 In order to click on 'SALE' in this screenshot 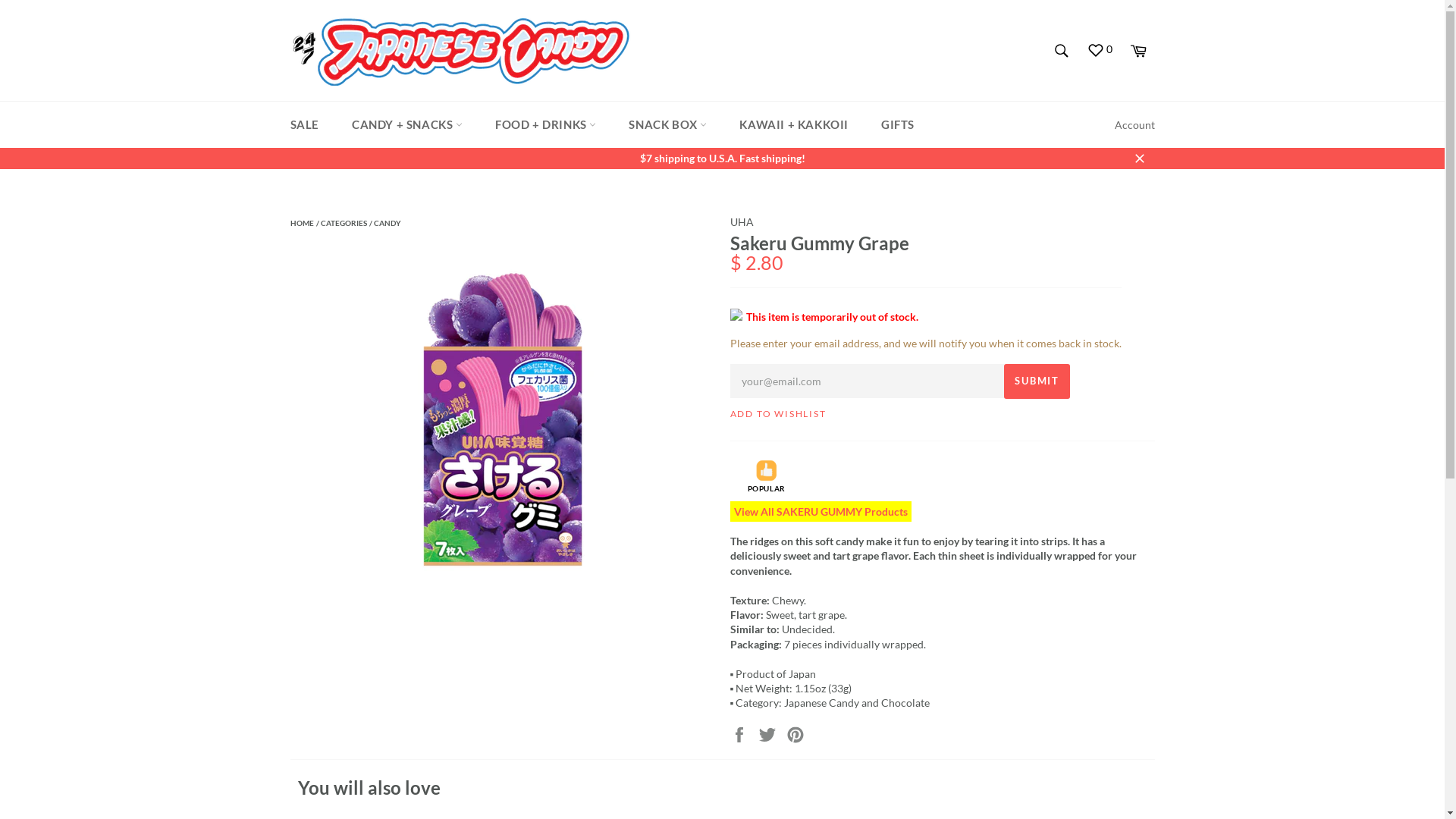, I will do `click(303, 124)`.